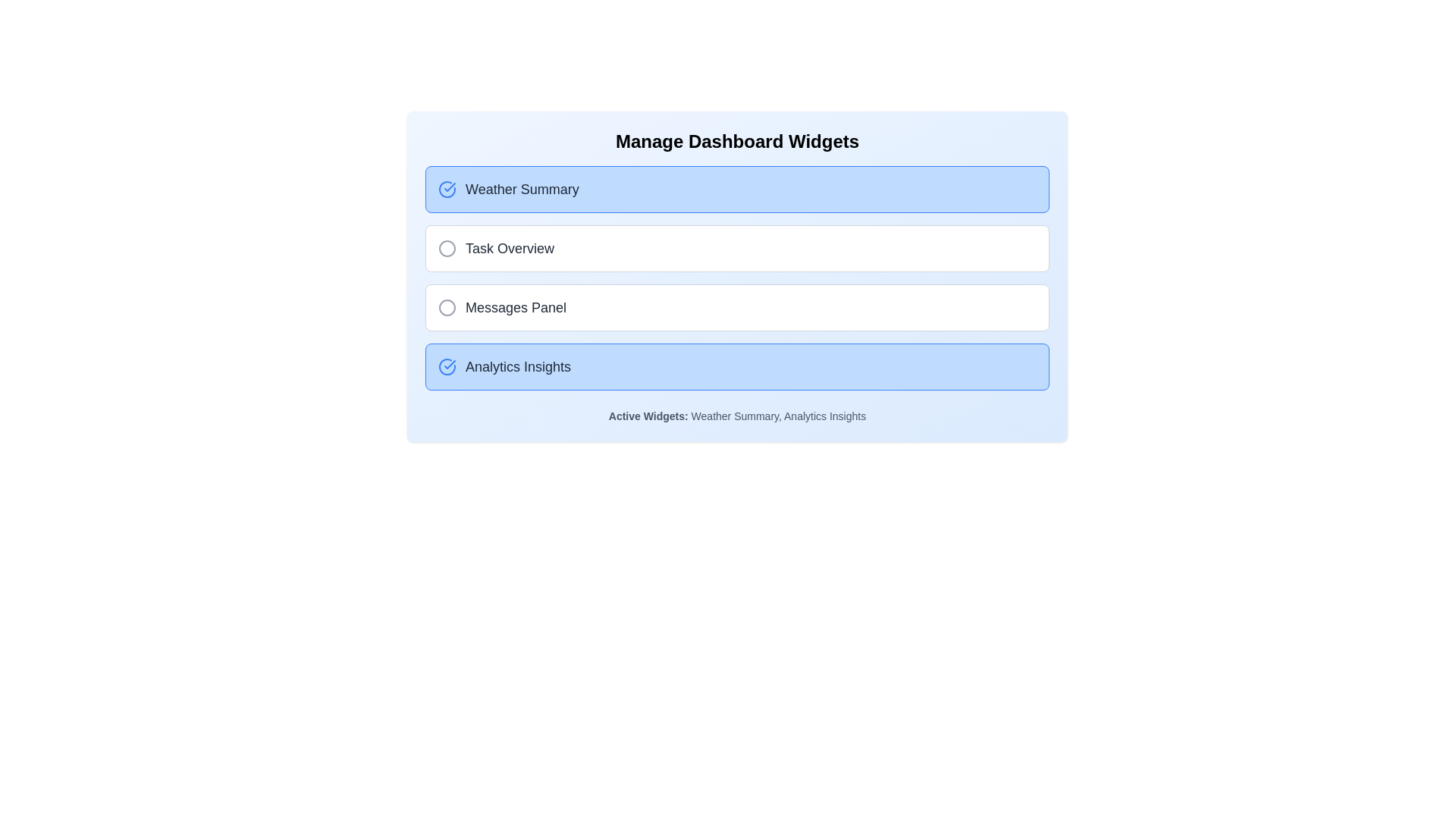 Image resolution: width=1456 pixels, height=819 pixels. What do you see at coordinates (737, 307) in the screenshot?
I see `to select the 'Messages Panel' section represented by the third selectable card in the vertical stack of four items under 'Manage Dashboard Widgets'` at bounding box center [737, 307].